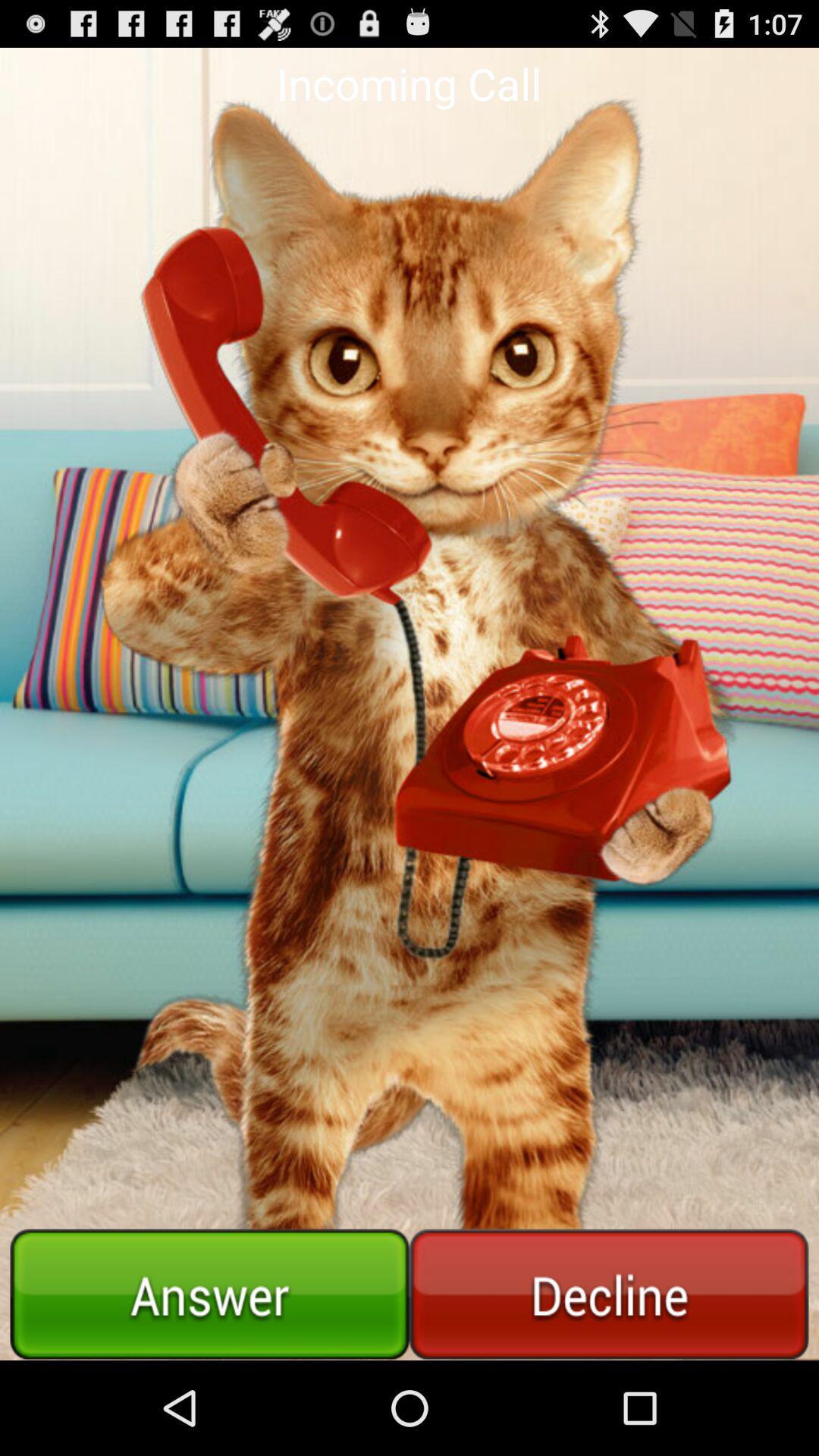 Image resolution: width=819 pixels, height=1456 pixels. What do you see at coordinates (608, 1294) in the screenshot?
I see `reject the call` at bounding box center [608, 1294].